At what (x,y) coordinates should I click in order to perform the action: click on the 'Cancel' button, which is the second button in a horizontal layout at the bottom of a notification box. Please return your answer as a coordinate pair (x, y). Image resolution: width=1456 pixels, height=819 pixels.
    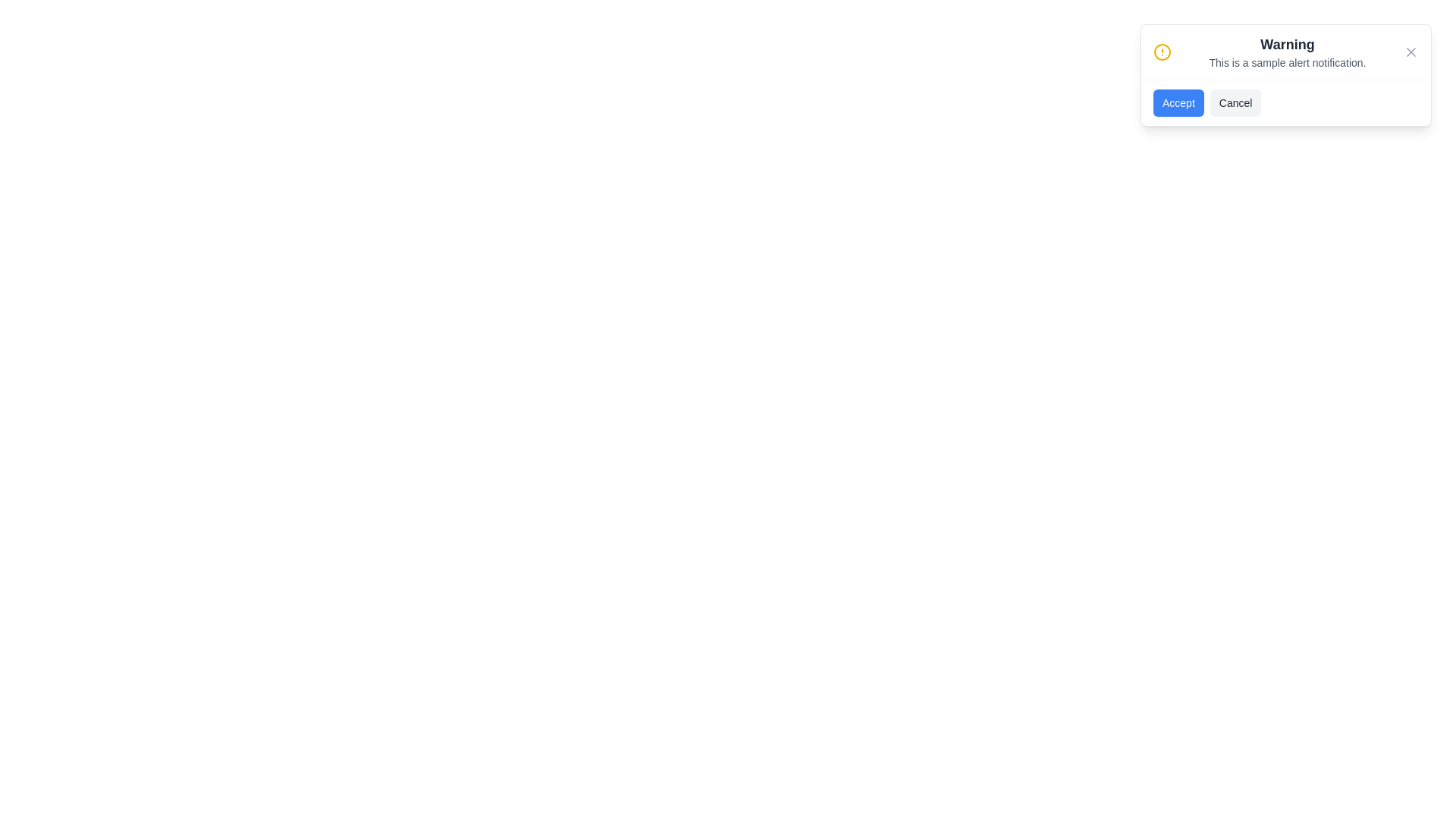
    Looking at the image, I should click on (1235, 102).